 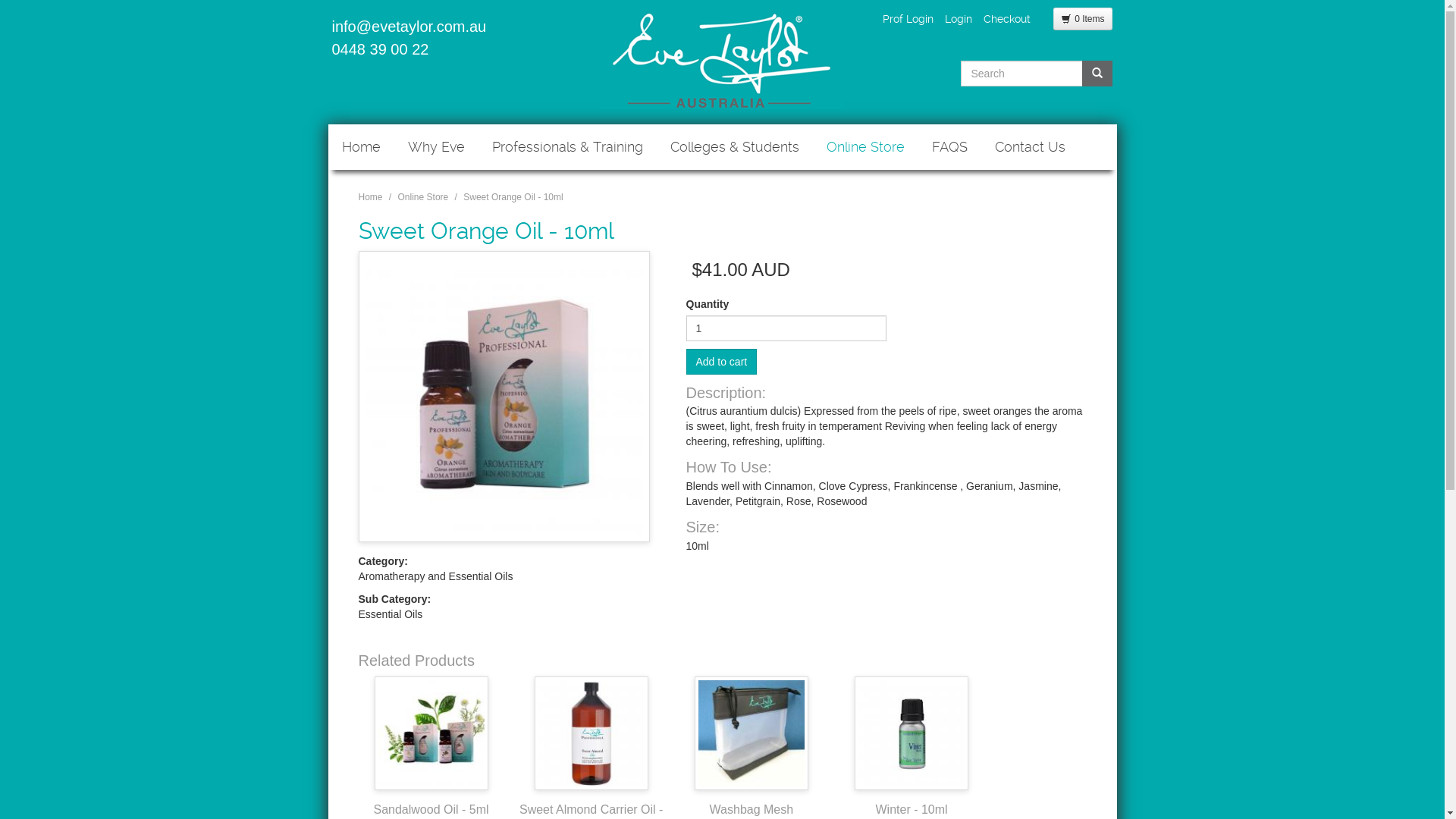 What do you see at coordinates (0, 0) in the screenshot?
I see `'Skip to main content'` at bounding box center [0, 0].